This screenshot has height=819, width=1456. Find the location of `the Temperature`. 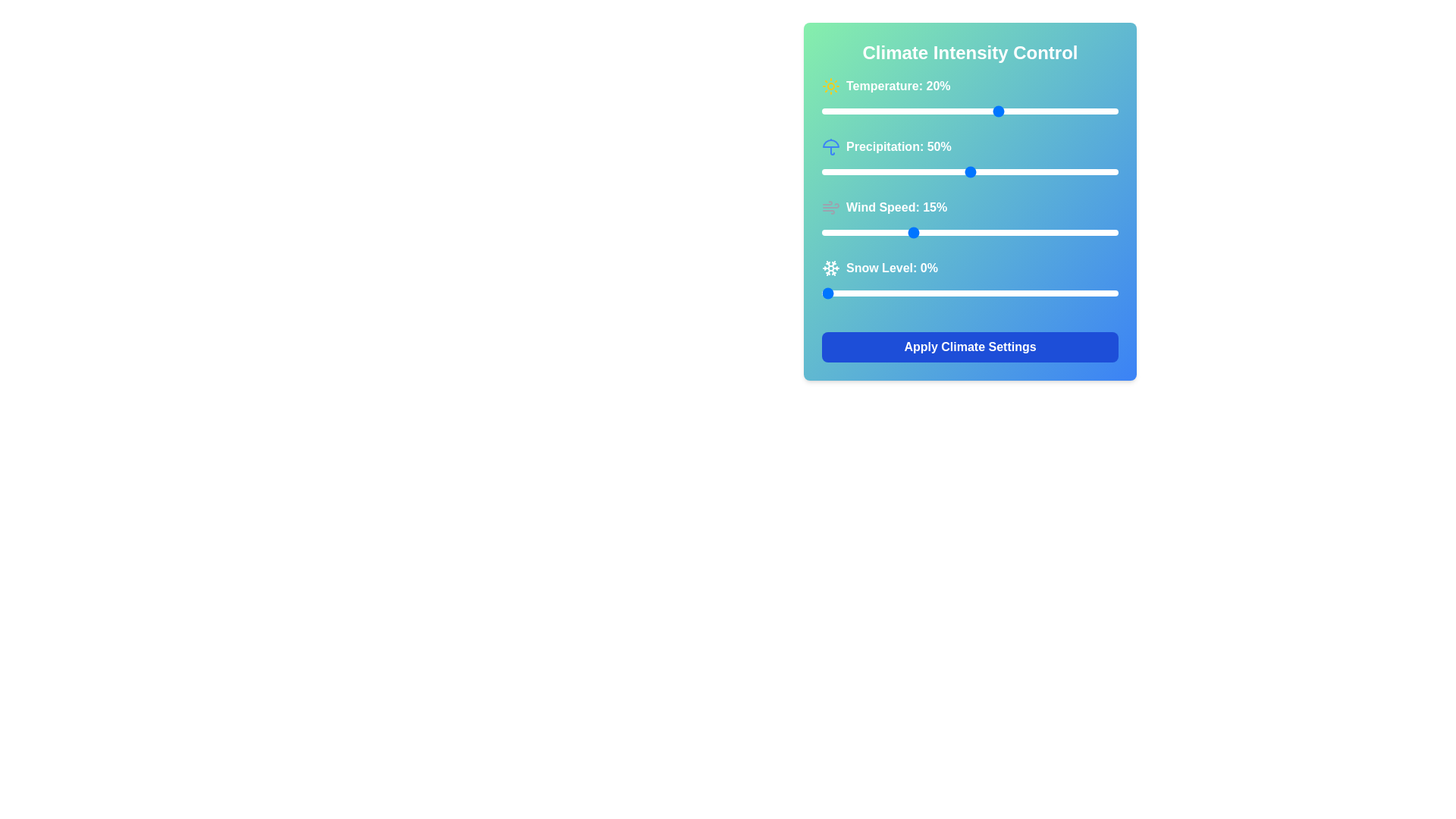

the Temperature is located at coordinates (957, 110).